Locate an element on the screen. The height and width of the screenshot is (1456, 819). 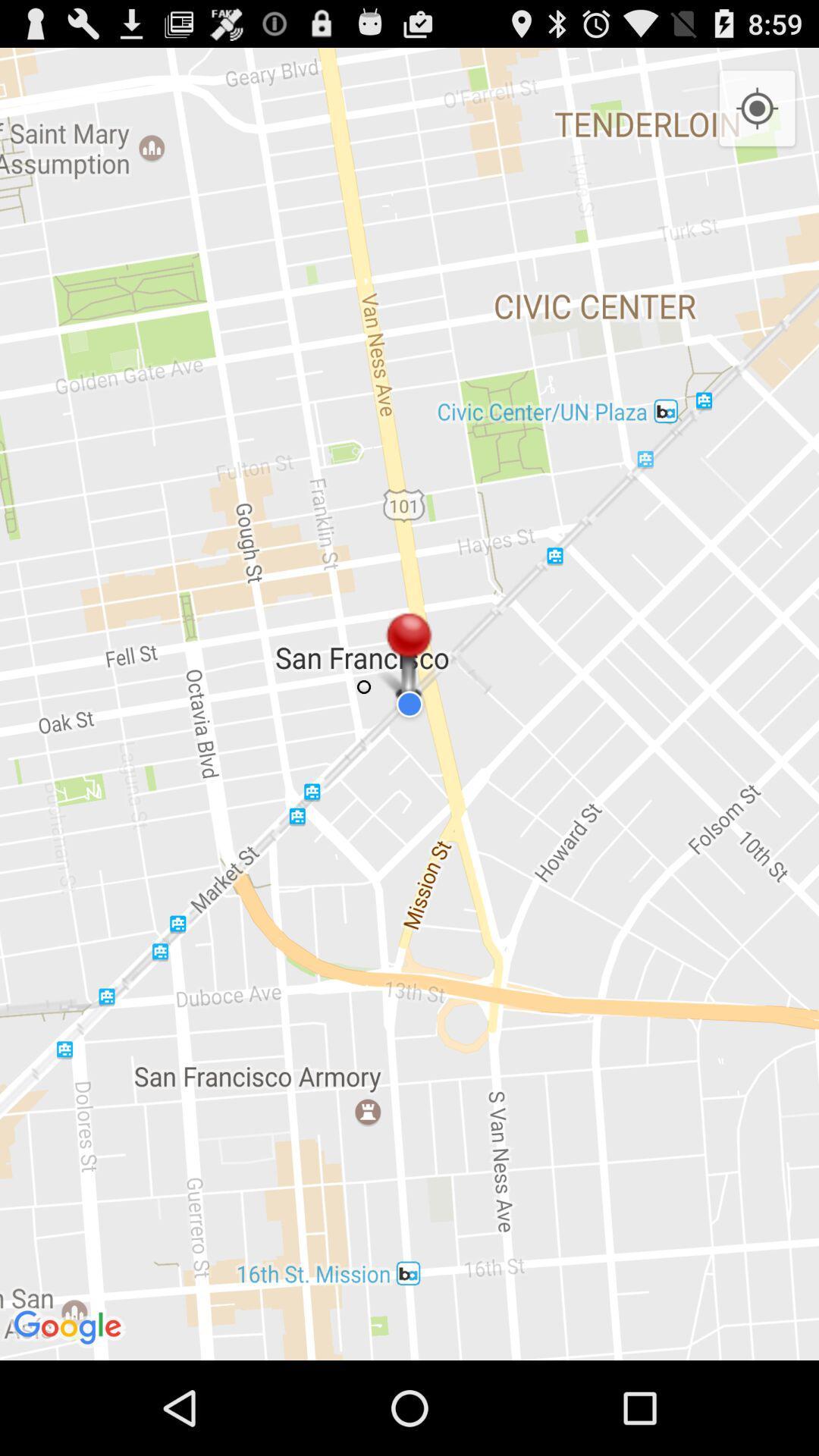
the item at the top right corner is located at coordinates (757, 108).